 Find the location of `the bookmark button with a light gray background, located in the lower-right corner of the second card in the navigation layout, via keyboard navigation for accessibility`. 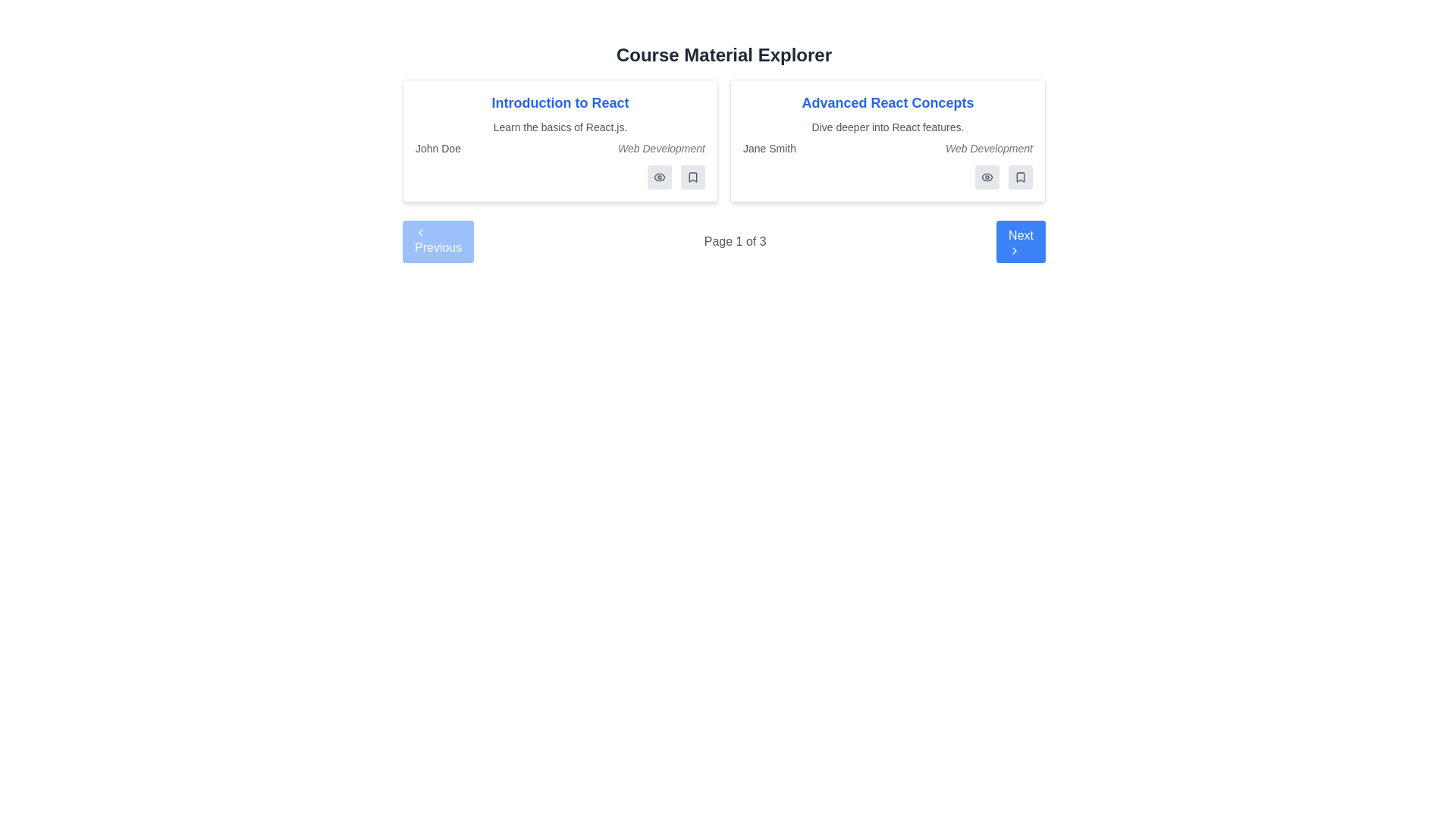

the bookmark button with a light gray background, located in the lower-right corner of the second card in the navigation layout, via keyboard navigation for accessibility is located at coordinates (692, 177).